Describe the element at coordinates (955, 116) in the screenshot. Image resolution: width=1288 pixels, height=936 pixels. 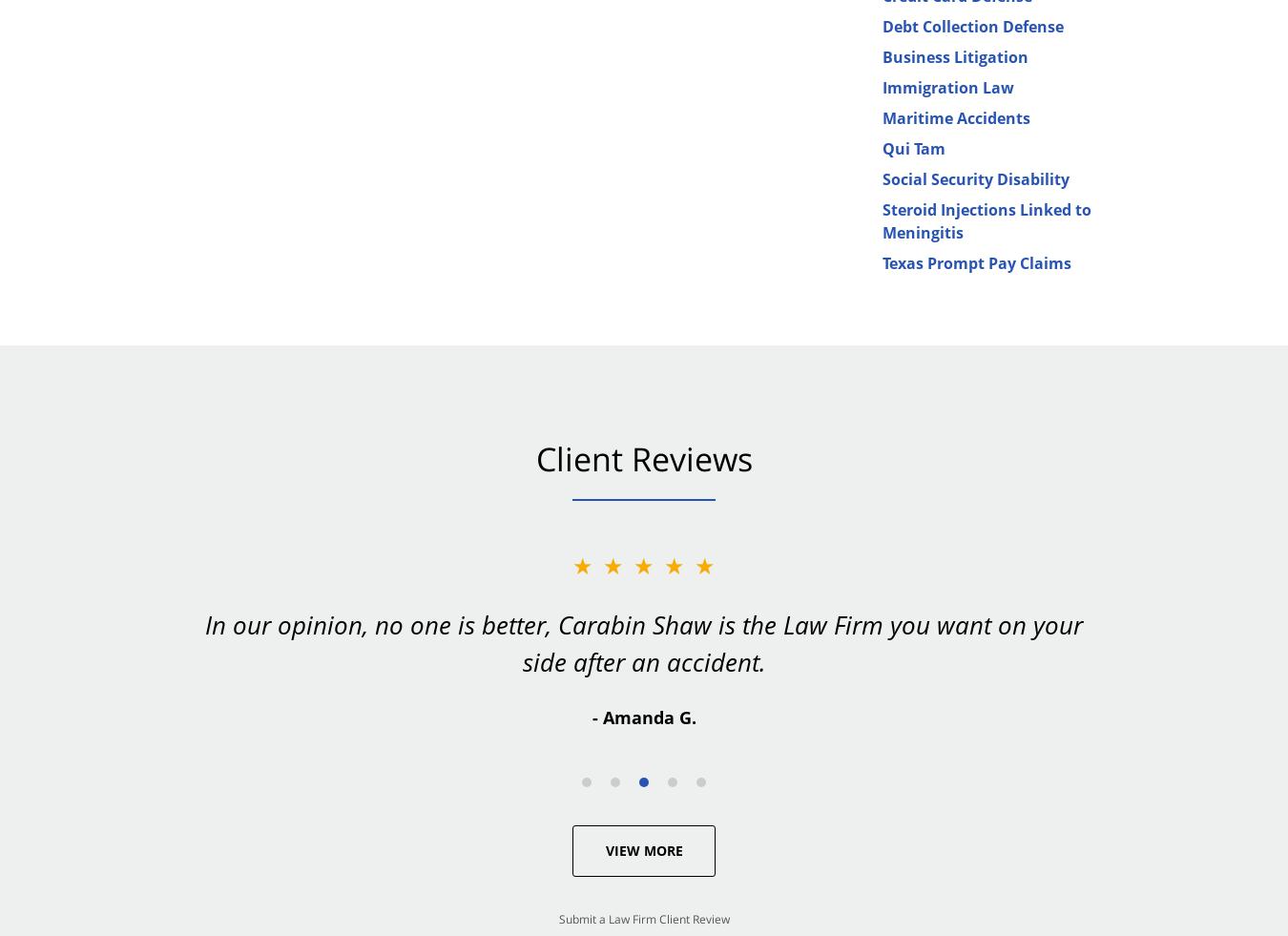
I see `'Maritime Accidents'` at that location.